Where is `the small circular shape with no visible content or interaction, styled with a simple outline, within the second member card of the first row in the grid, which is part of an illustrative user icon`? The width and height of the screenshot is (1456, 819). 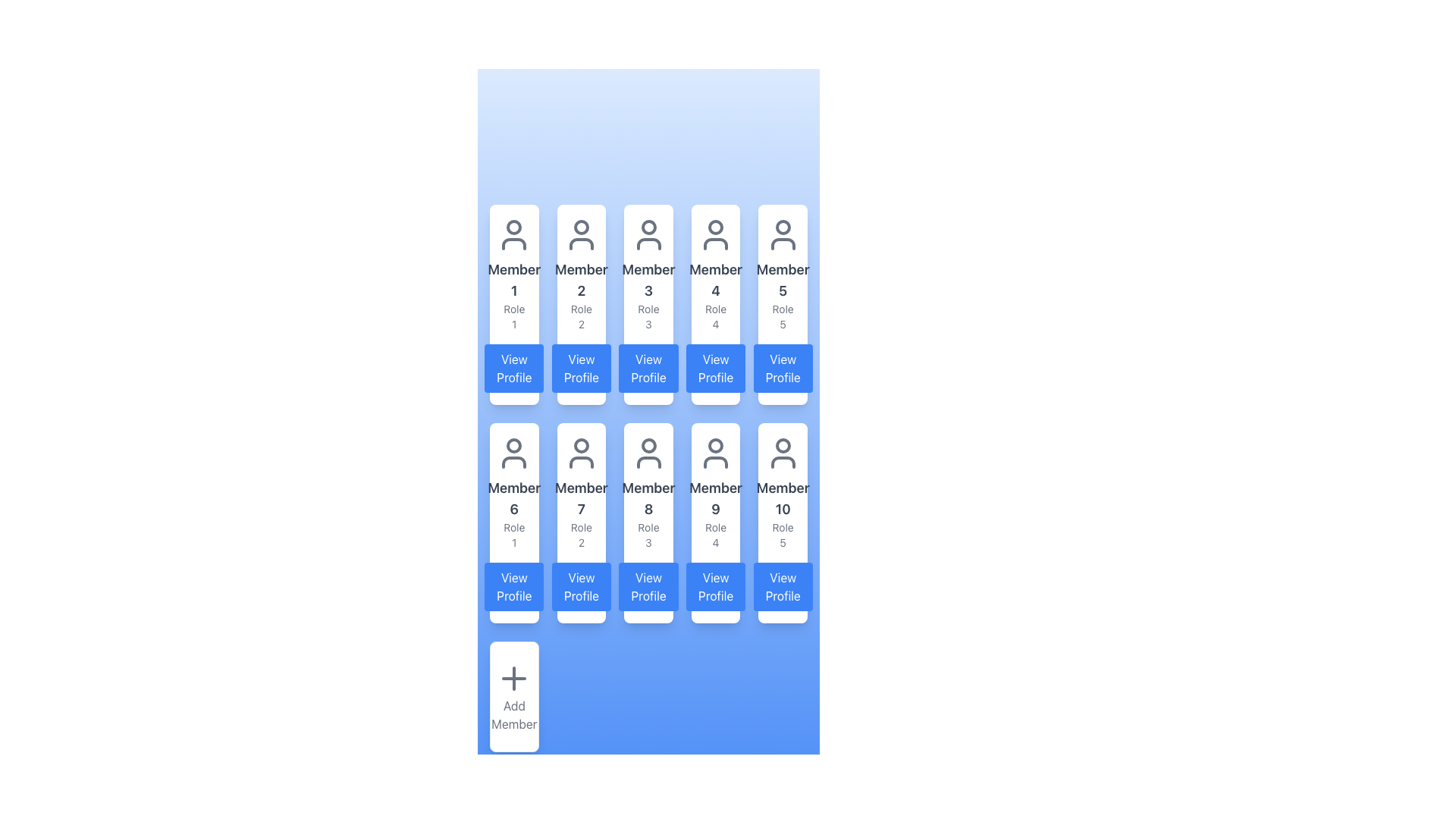 the small circular shape with no visible content or interaction, styled with a simple outline, within the second member card of the first row in the grid, which is part of an illustrative user icon is located at coordinates (580, 227).